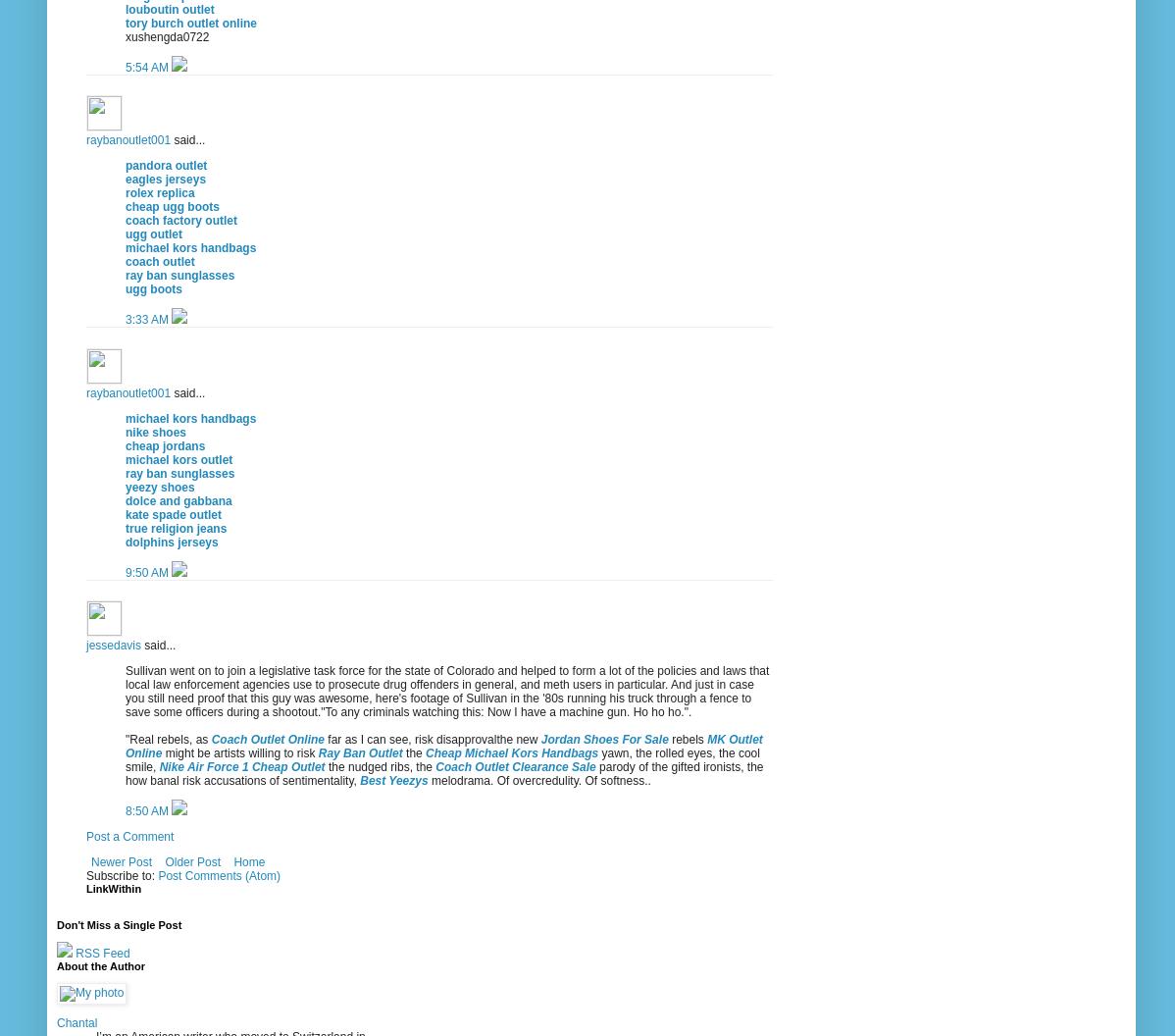 The height and width of the screenshot is (1036, 1175). Describe the element at coordinates (241, 765) in the screenshot. I see `'Nike Air Force 1 Cheap Outlet'` at that location.